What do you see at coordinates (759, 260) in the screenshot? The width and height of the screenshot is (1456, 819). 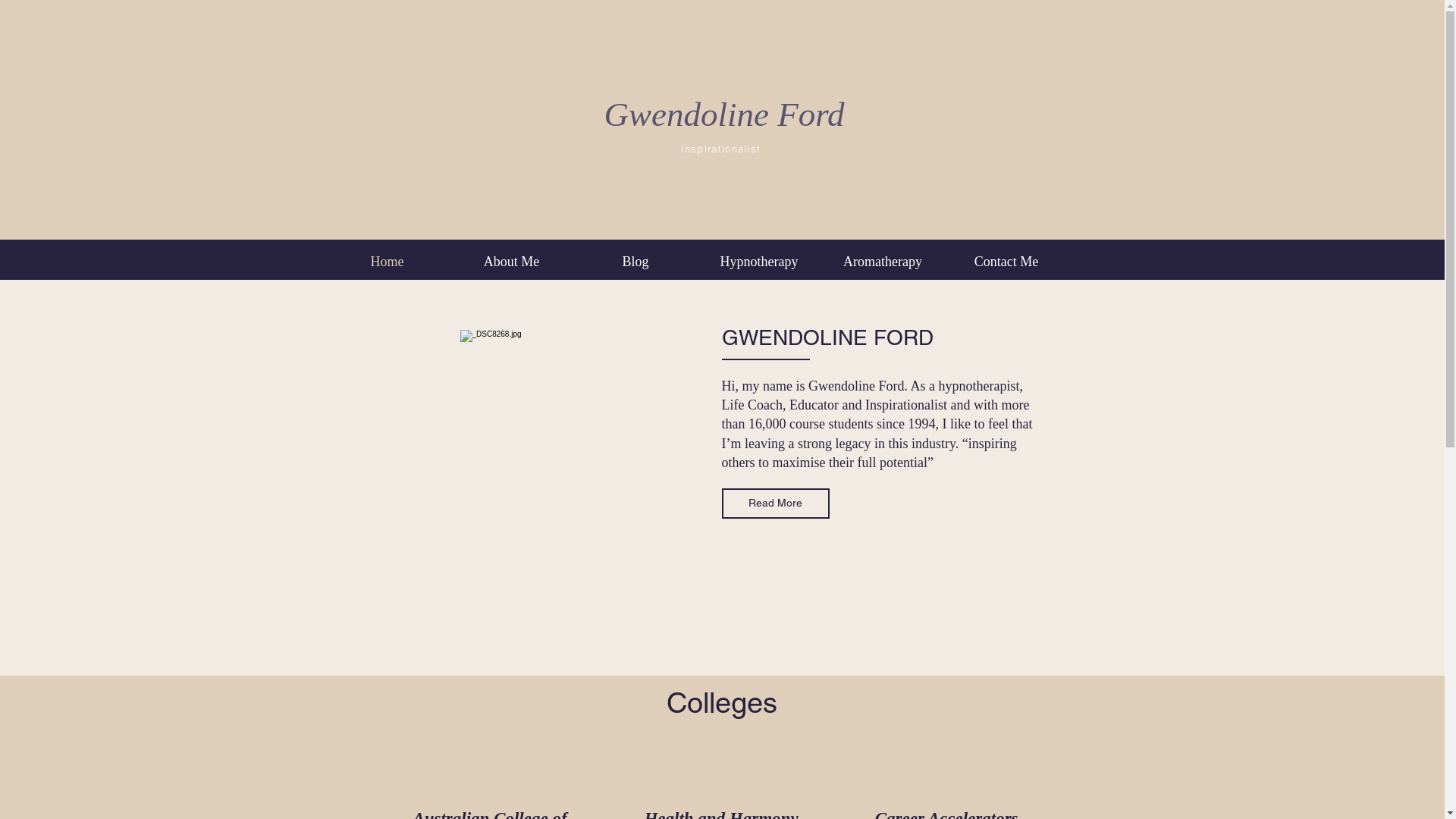 I see `'Hypnotherapy'` at bounding box center [759, 260].